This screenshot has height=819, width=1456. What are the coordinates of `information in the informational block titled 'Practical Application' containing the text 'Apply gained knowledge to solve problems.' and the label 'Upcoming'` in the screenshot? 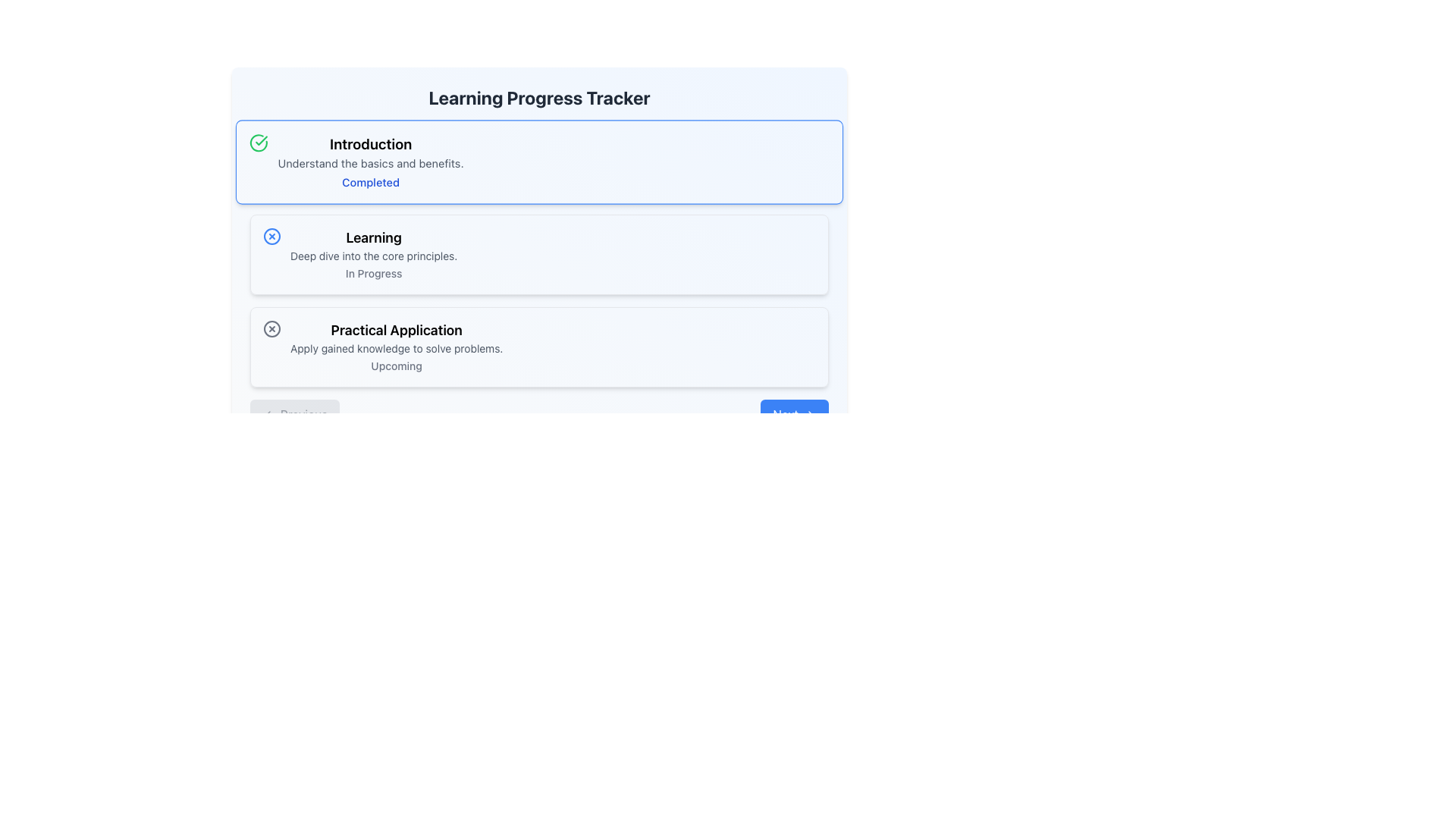 It's located at (397, 347).